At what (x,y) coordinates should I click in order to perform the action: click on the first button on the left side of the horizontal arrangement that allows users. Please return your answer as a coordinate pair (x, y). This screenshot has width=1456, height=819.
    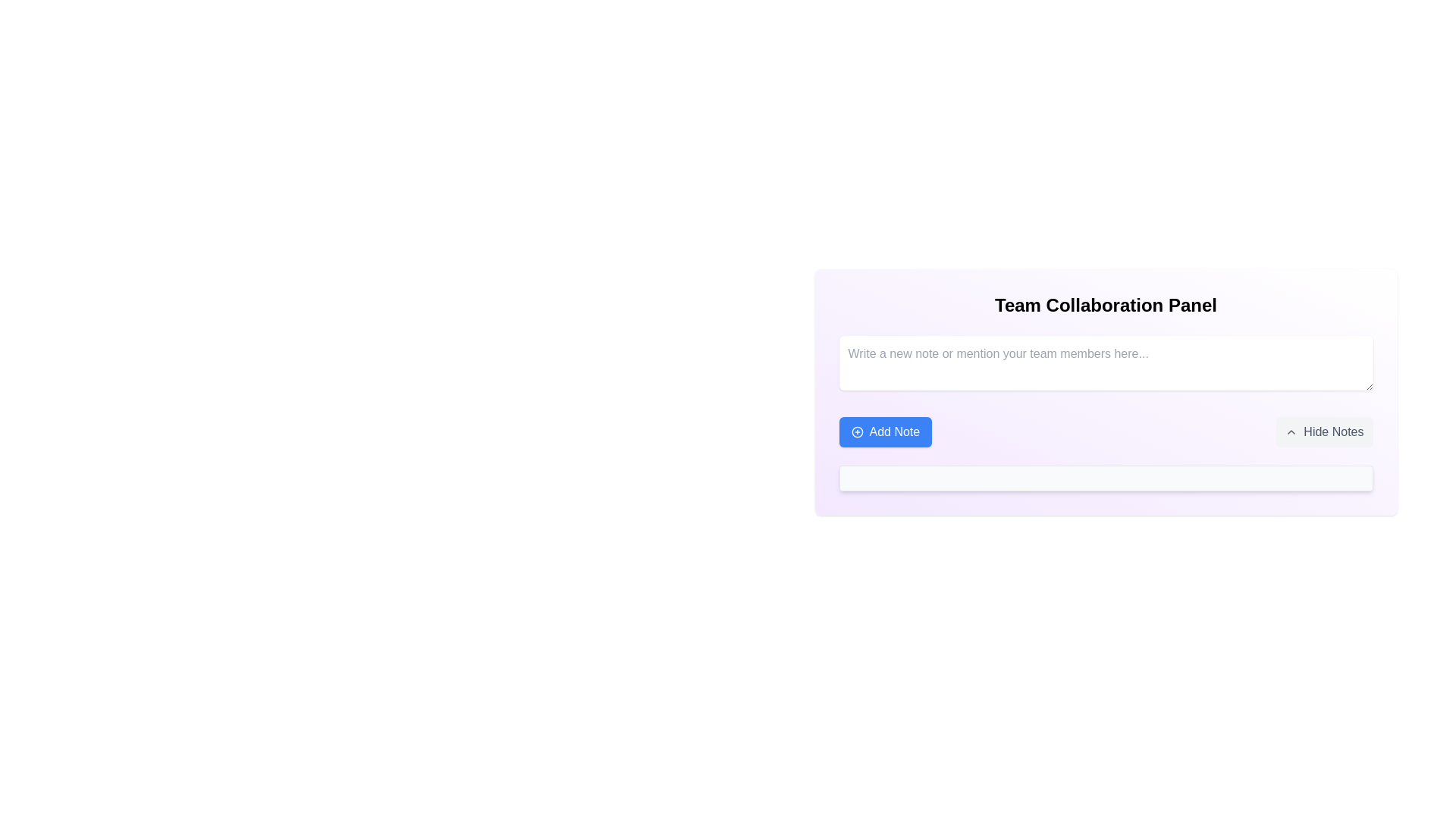
    Looking at the image, I should click on (885, 432).